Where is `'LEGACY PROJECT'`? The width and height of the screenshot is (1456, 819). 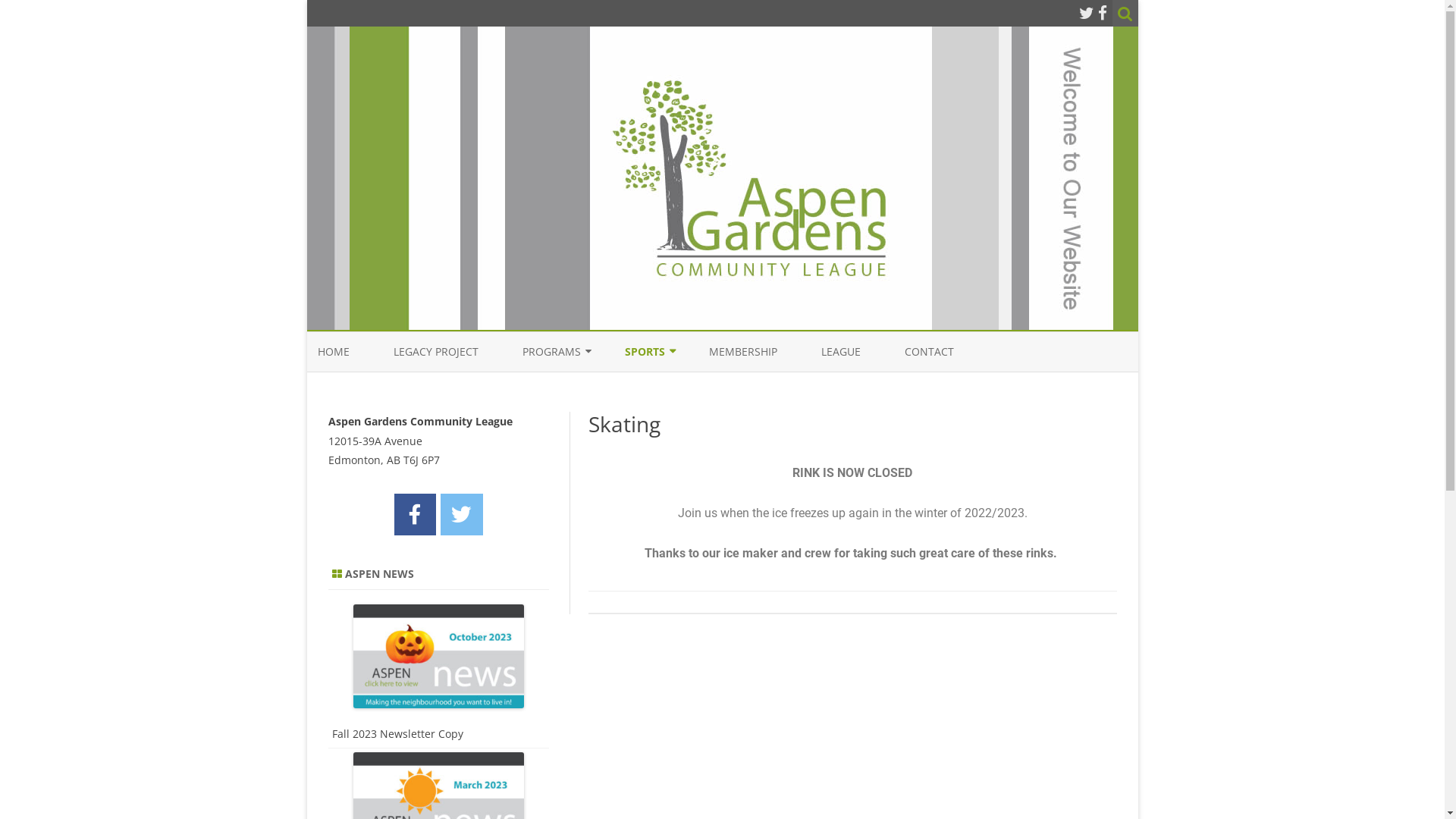 'LEGACY PROJECT' is located at coordinates (435, 351).